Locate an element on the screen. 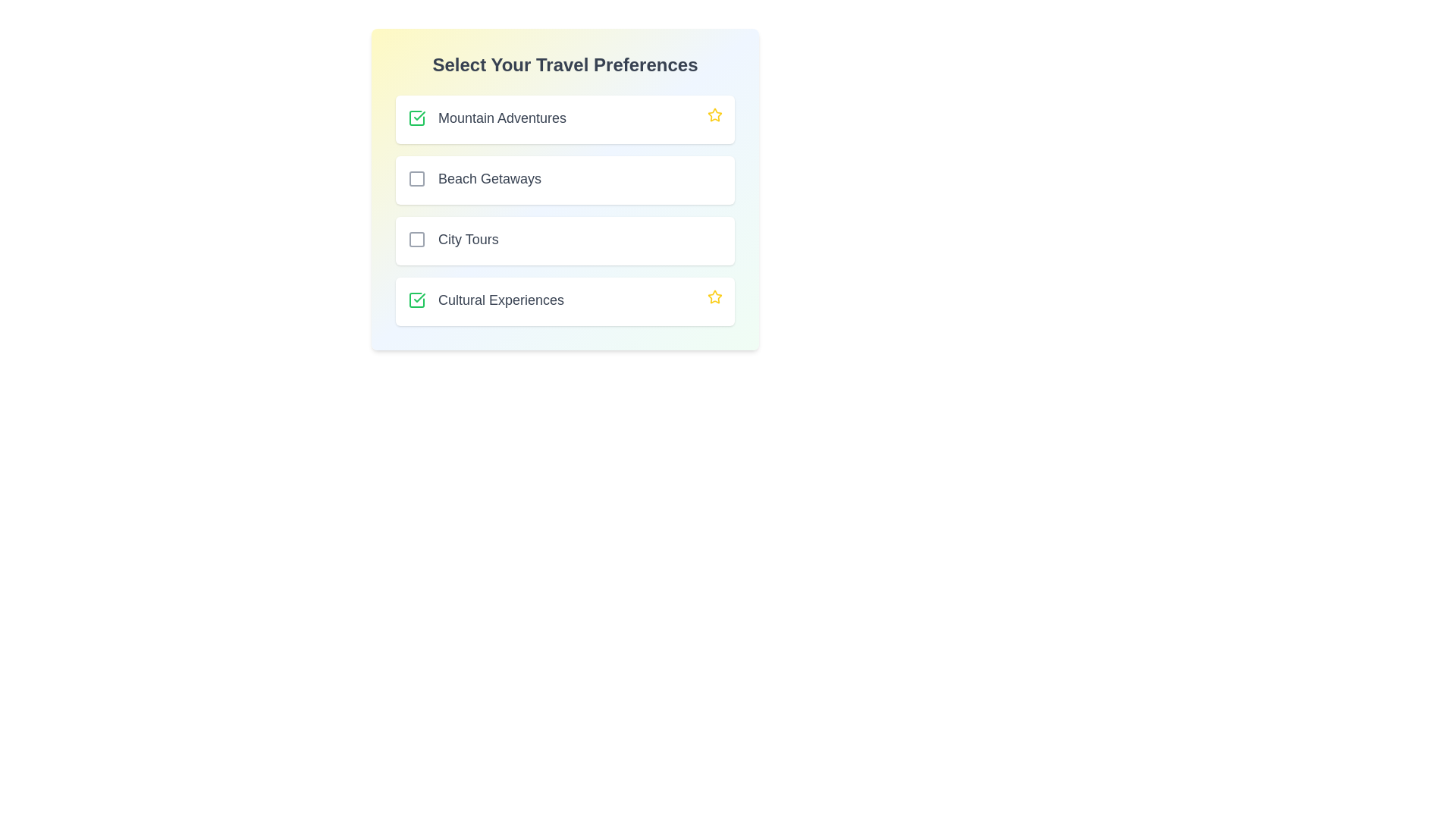  the preference Cultural Experiences is located at coordinates (417, 300).